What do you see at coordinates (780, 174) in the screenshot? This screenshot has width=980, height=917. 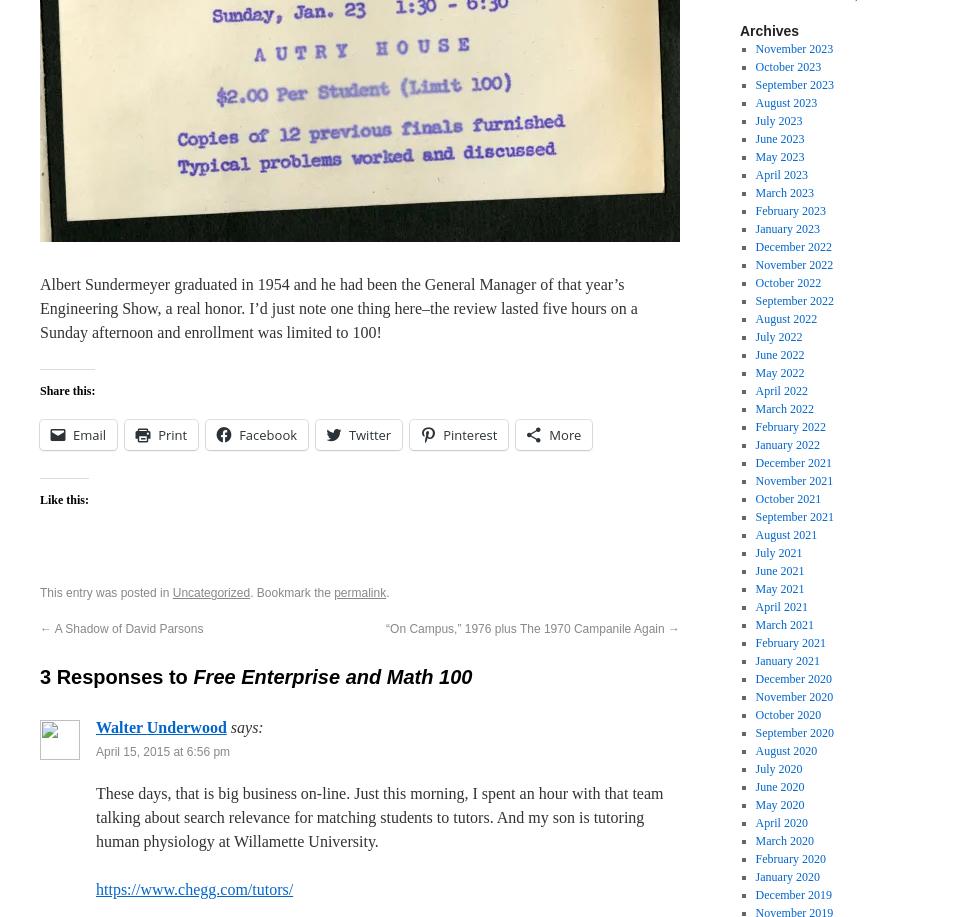 I see `'April 2023'` at bounding box center [780, 174].